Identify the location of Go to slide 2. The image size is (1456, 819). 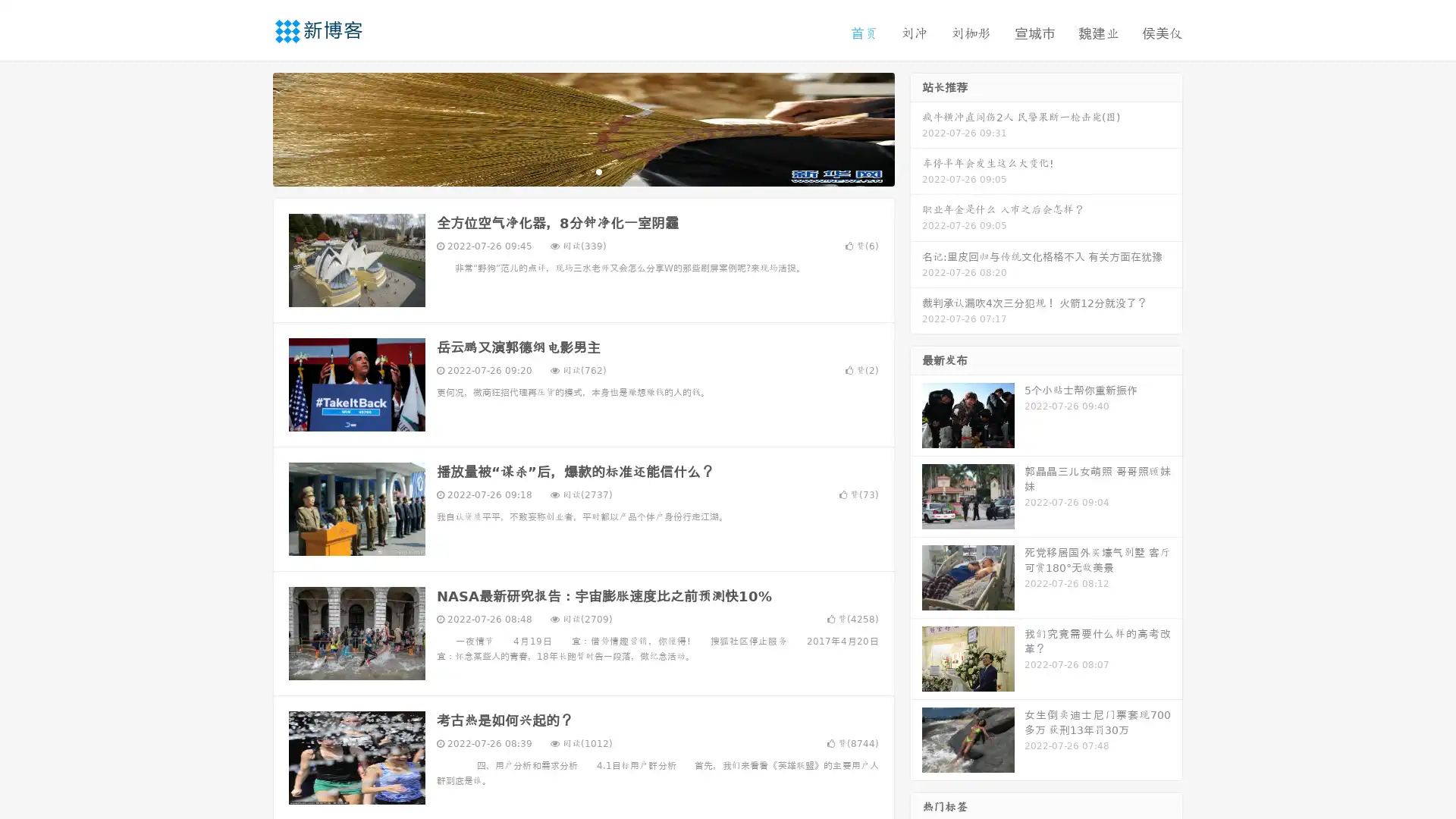
(582, 171).